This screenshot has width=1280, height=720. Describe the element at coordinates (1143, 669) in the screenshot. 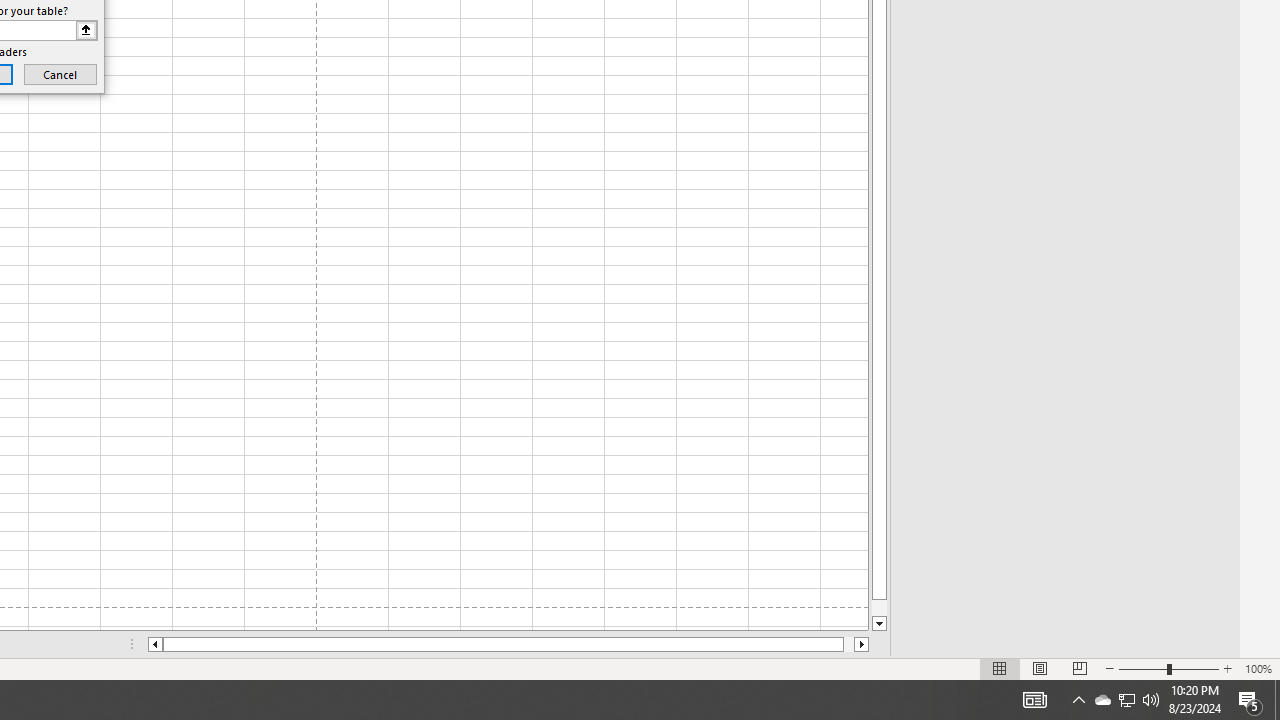

I see `'Zoom Out'` at that location.